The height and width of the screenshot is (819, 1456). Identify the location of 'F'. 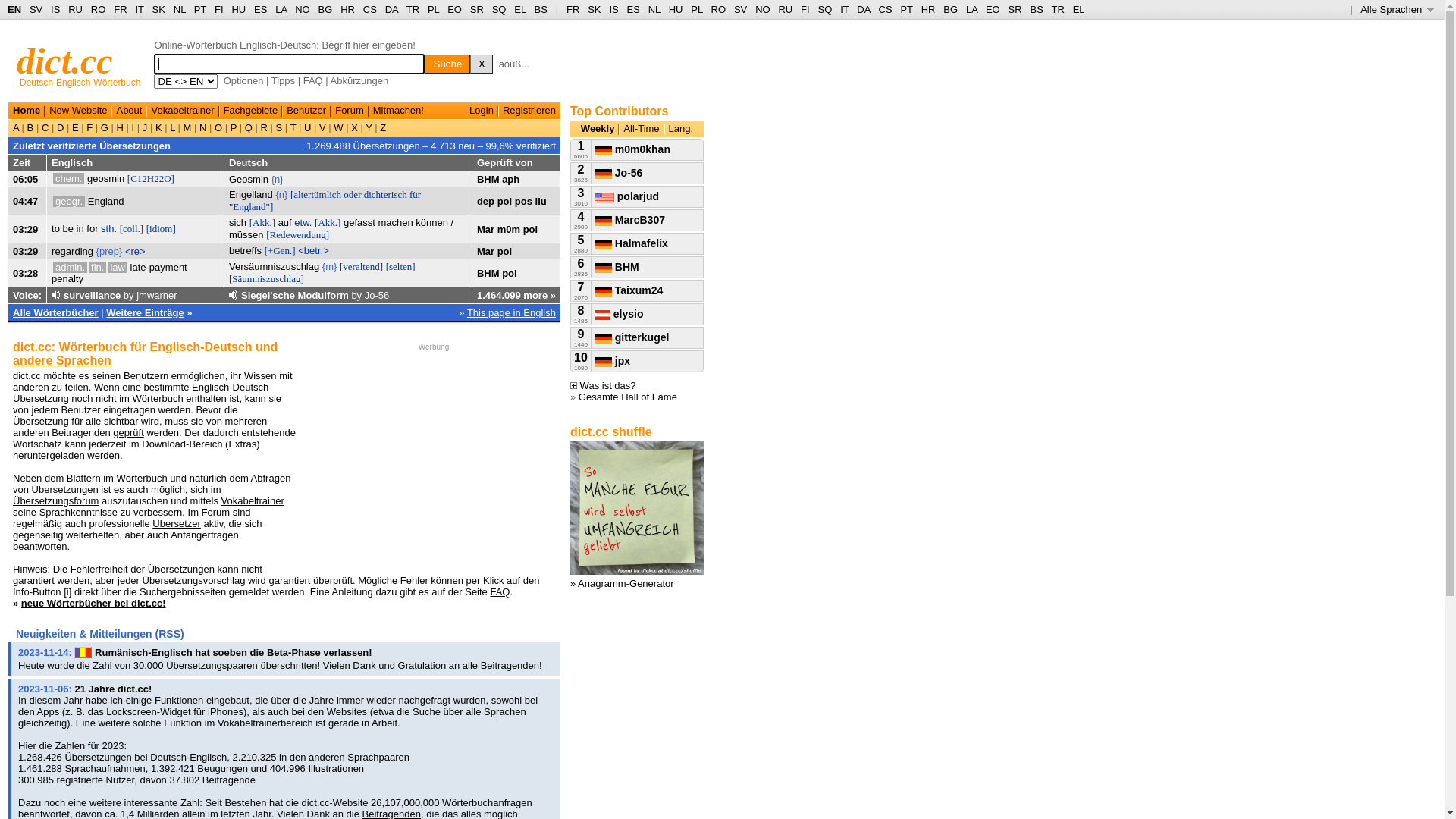
(89, 127).